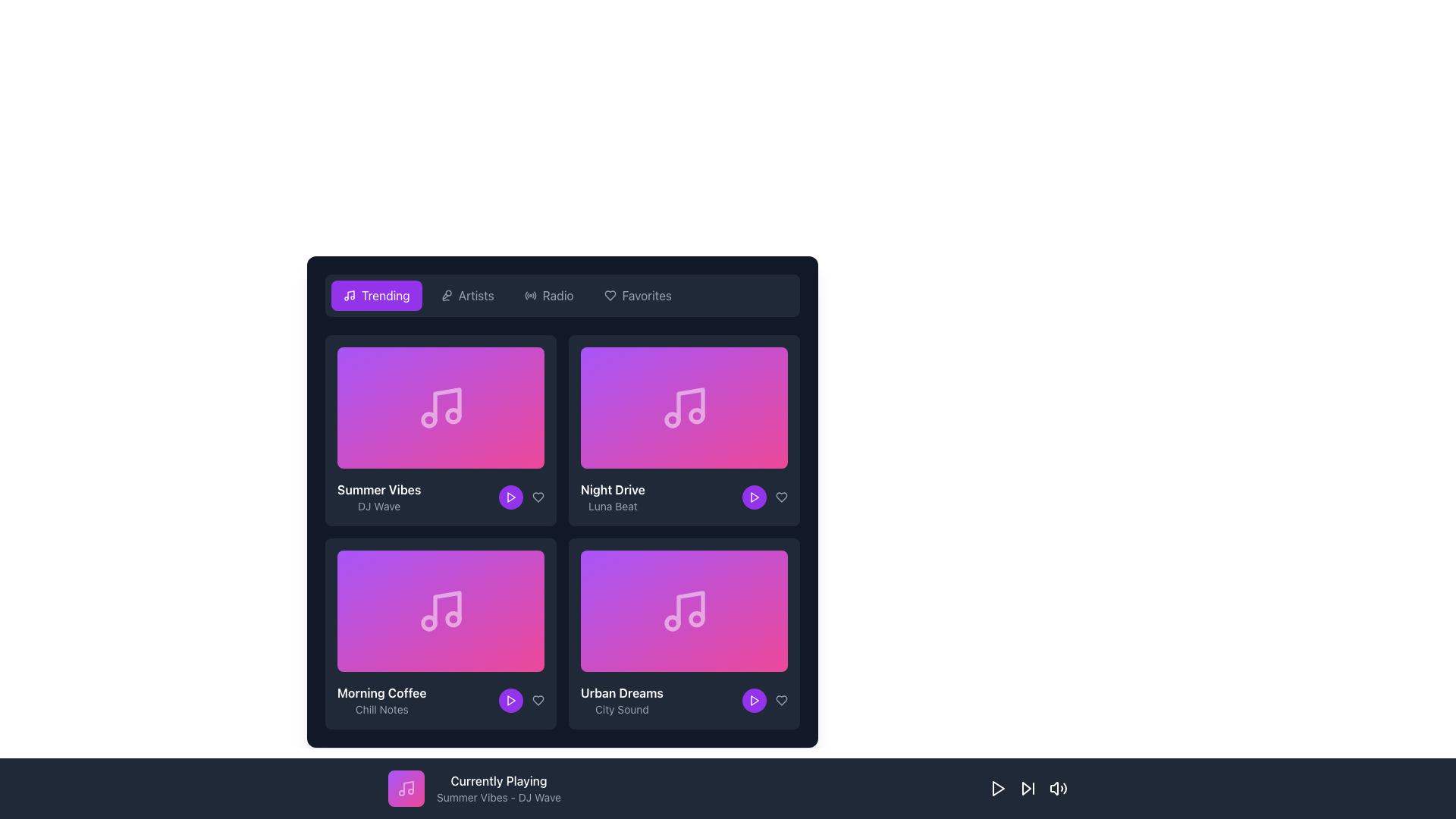 The height and width of the screenshot is (819, 1456). Describe the element at coordinates (671, 623) in the screenshot. I see `the small circular shape located within the music icon, which is part of the card labeled 'Urban Dreams' in the bottom right of the grid` at that location.